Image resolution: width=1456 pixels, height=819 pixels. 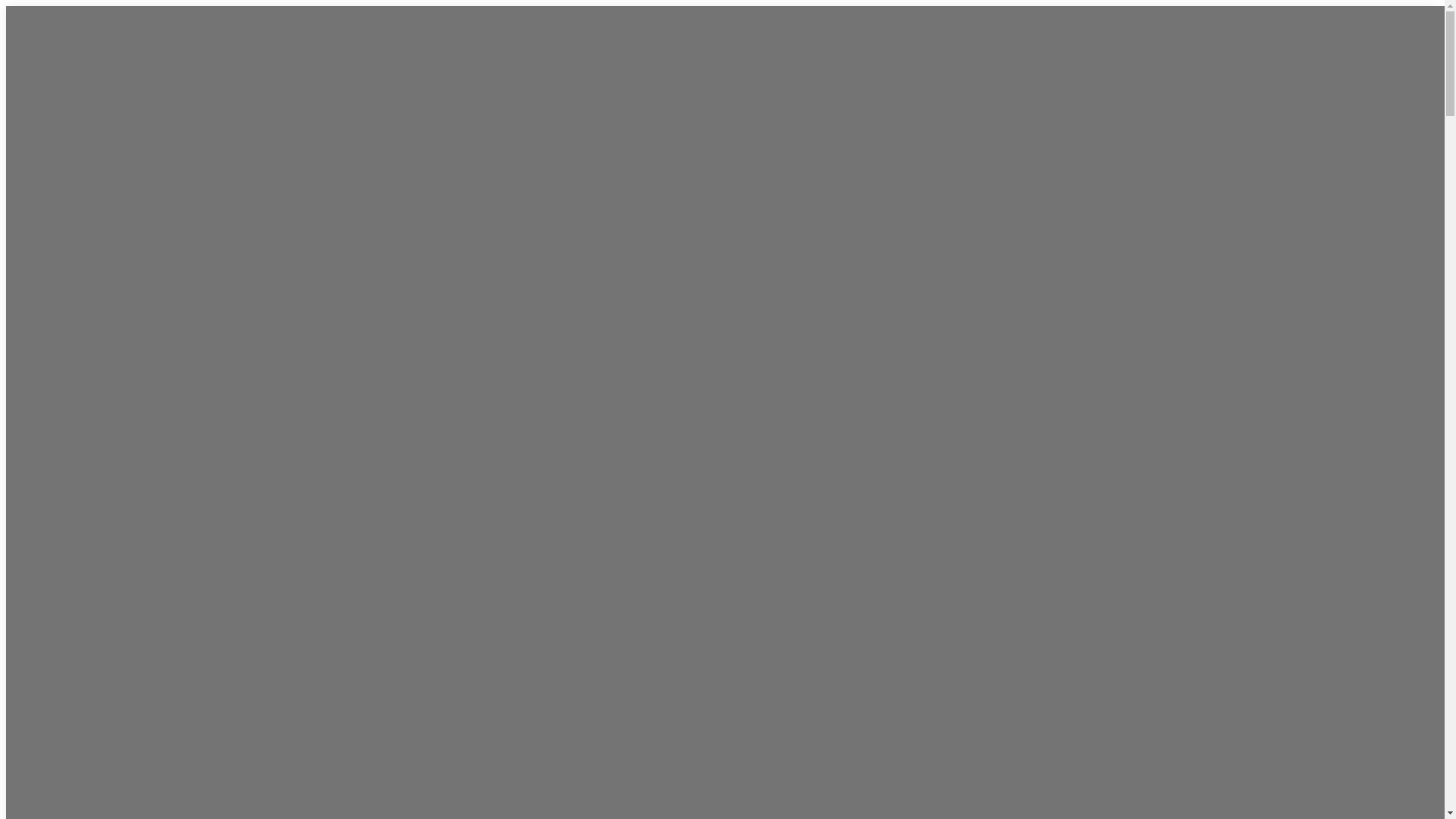 What do you see at coordinates (666, 491) in the screenshot?
I see `'Suzy Whitty'` at bounding box center [666, 491].